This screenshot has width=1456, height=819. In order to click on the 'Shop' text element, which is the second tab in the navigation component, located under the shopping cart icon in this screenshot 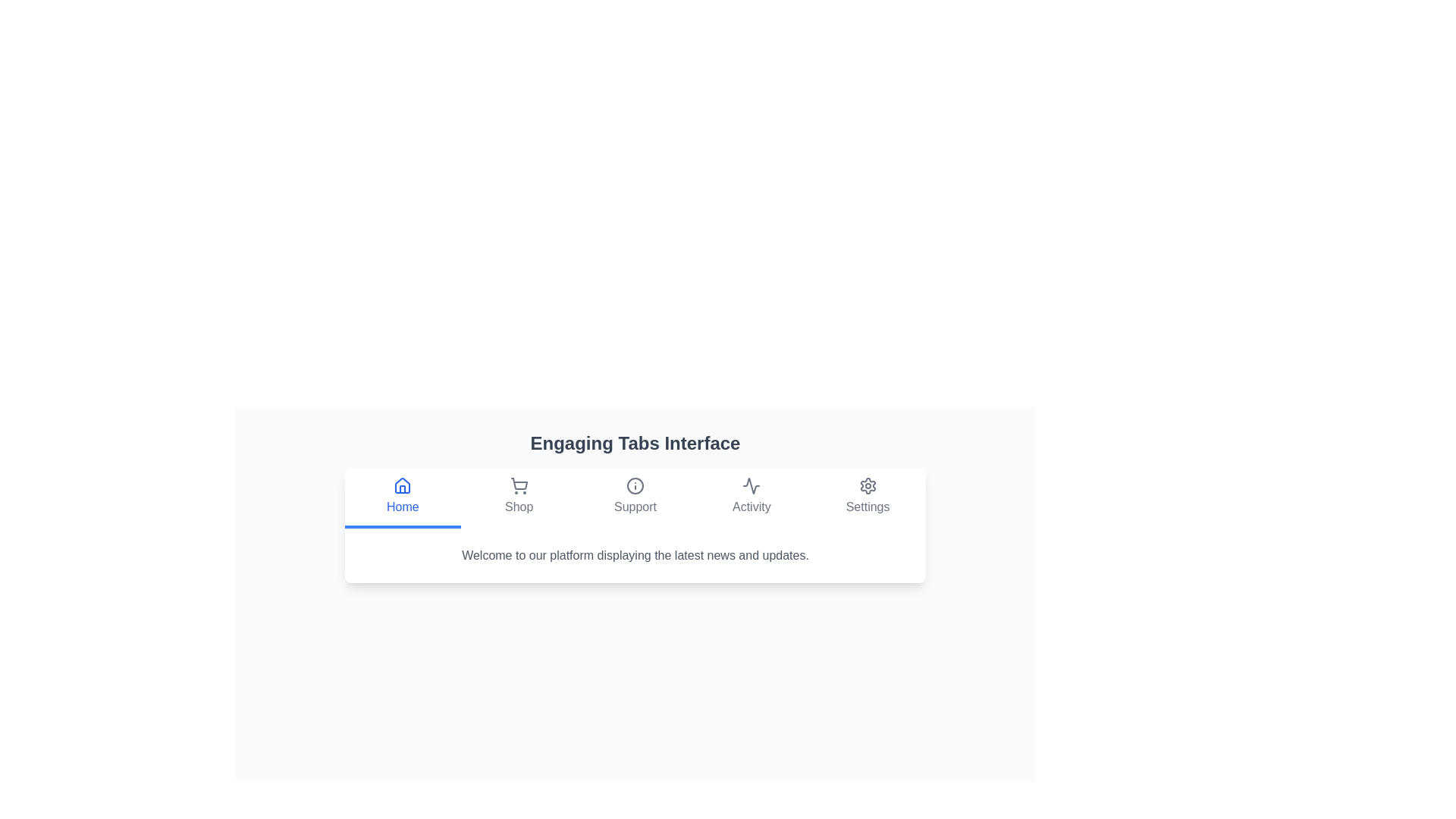, I will do `click(519, 507)`.